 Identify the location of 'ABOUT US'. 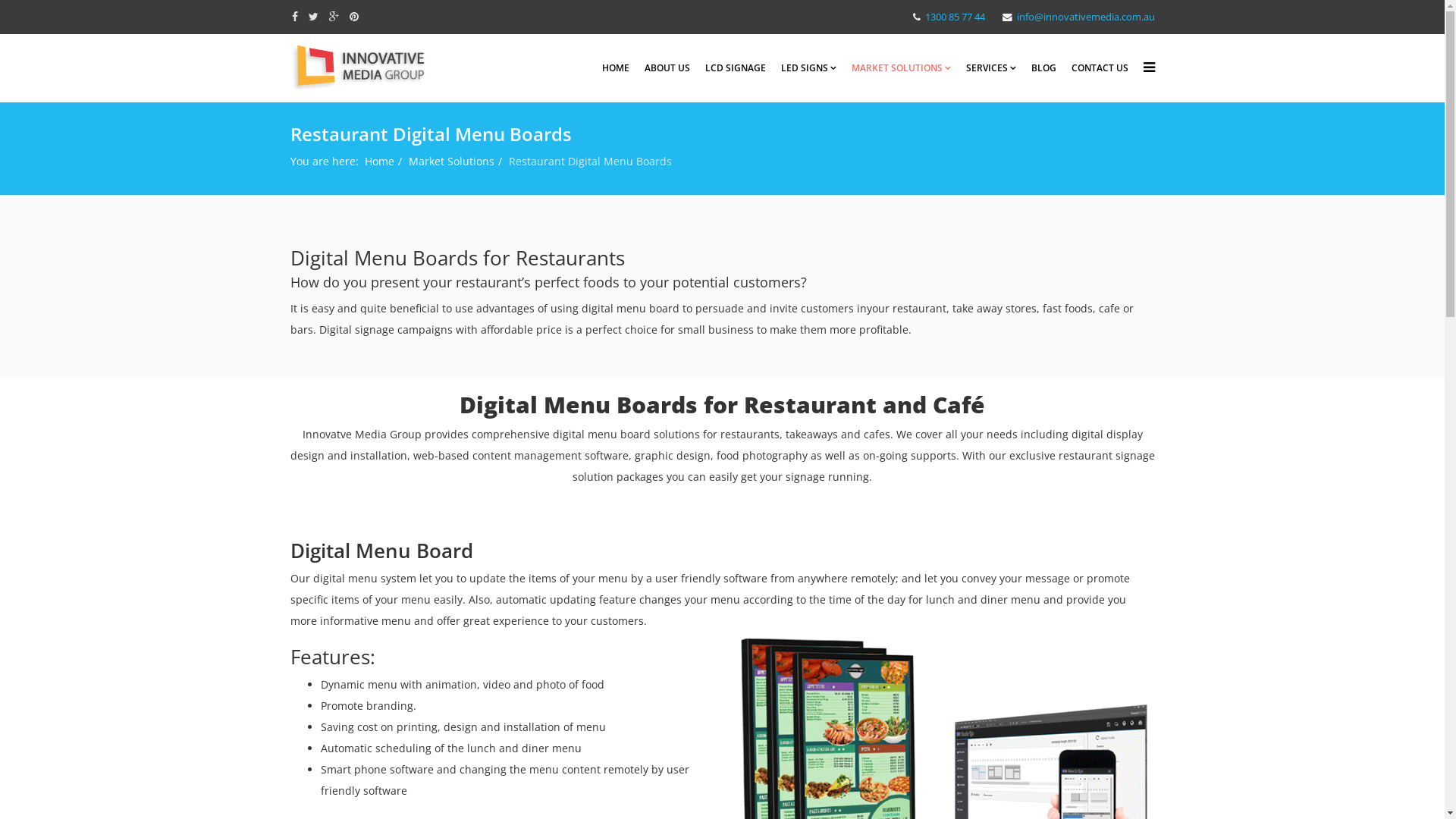
(667, 67).